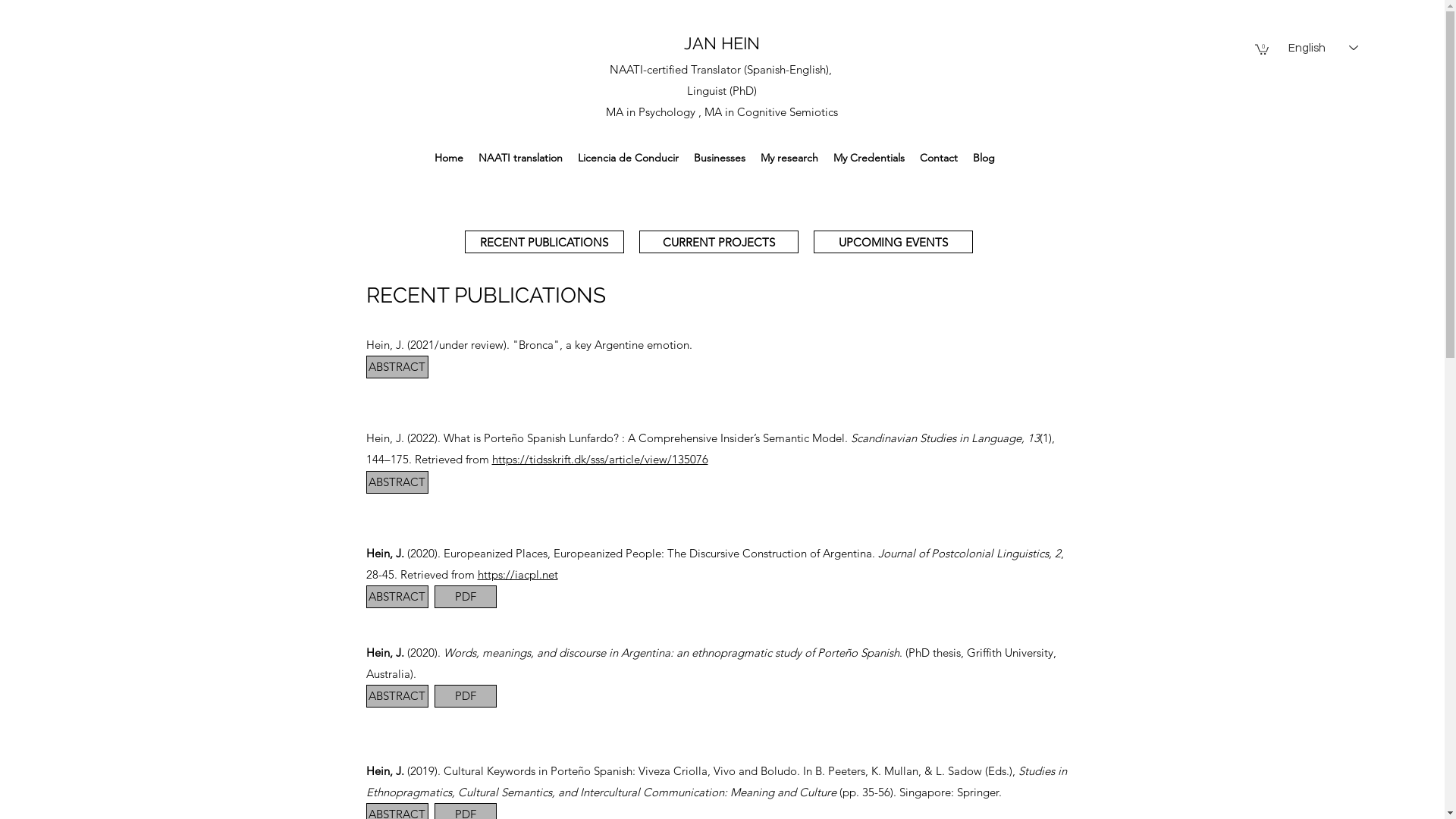  Describe the element at coordinates (938, 158) in the screenshot. I see `'Contact'` at that location.